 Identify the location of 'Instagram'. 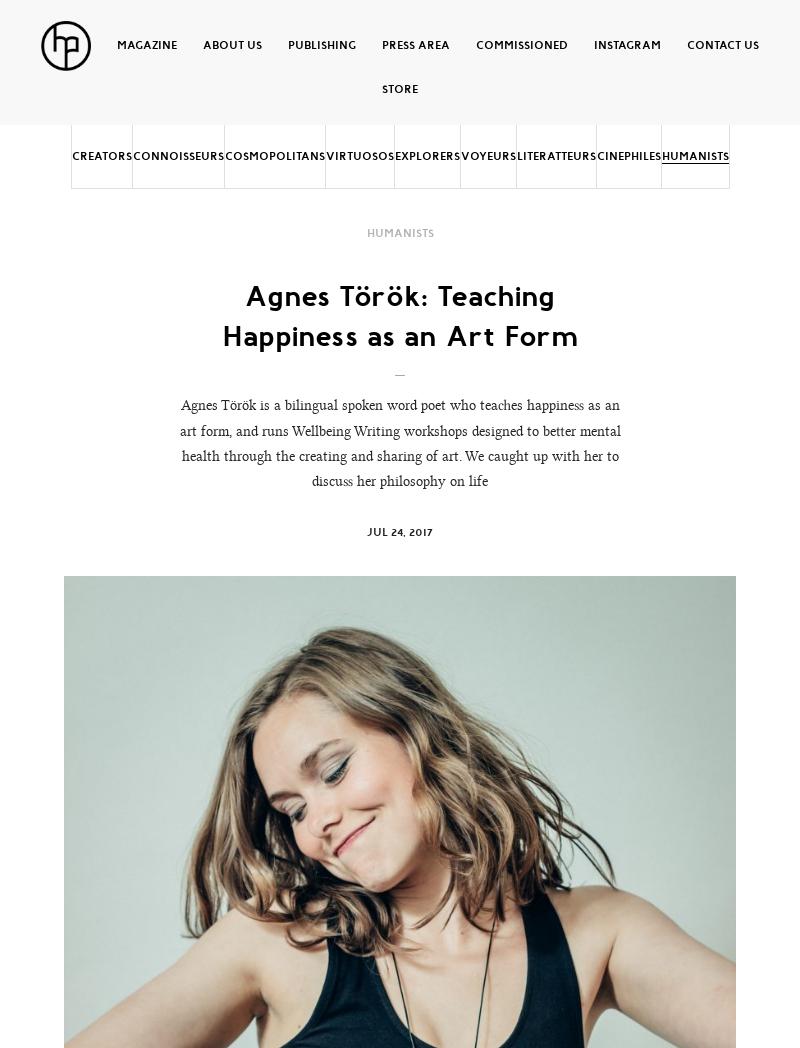
(627, 43).